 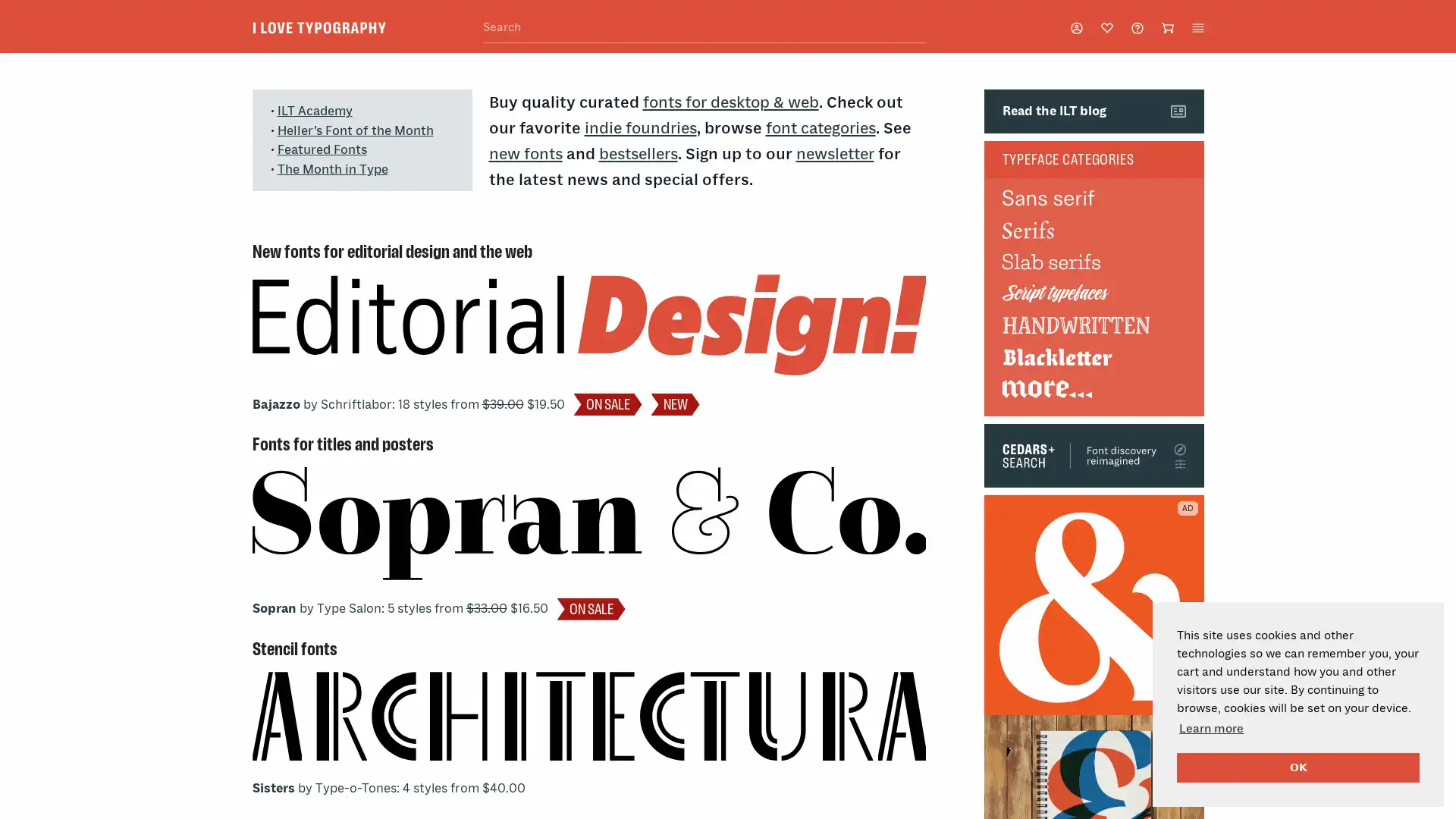 I want to click on learn more about cookies, so click(x=1210, y=727).